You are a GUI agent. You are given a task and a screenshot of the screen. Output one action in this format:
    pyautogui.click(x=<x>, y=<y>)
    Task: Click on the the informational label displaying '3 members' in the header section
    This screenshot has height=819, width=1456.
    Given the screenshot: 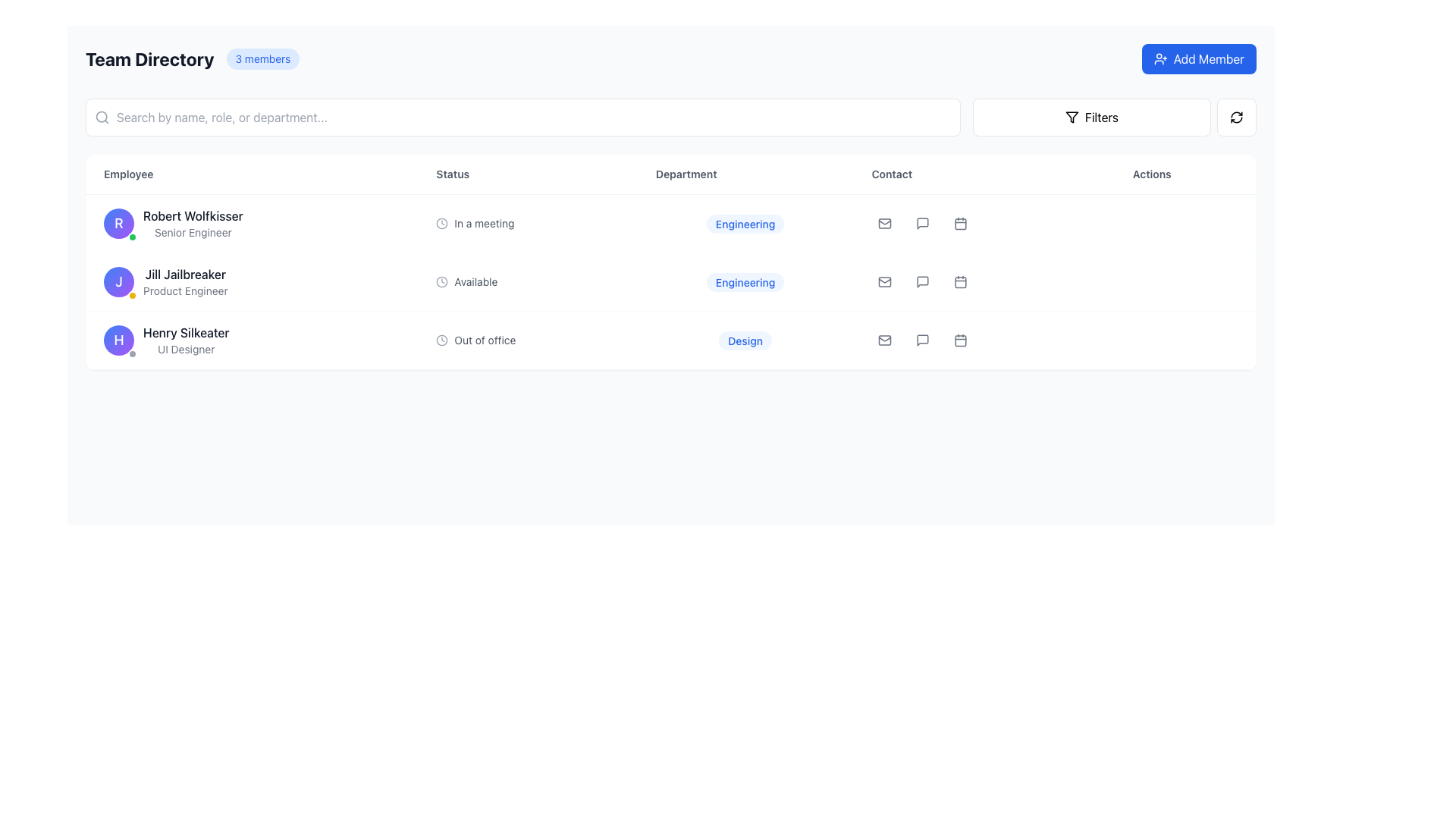 What is the action you would take?
    pyautogui.click(x=262, y=58)
    